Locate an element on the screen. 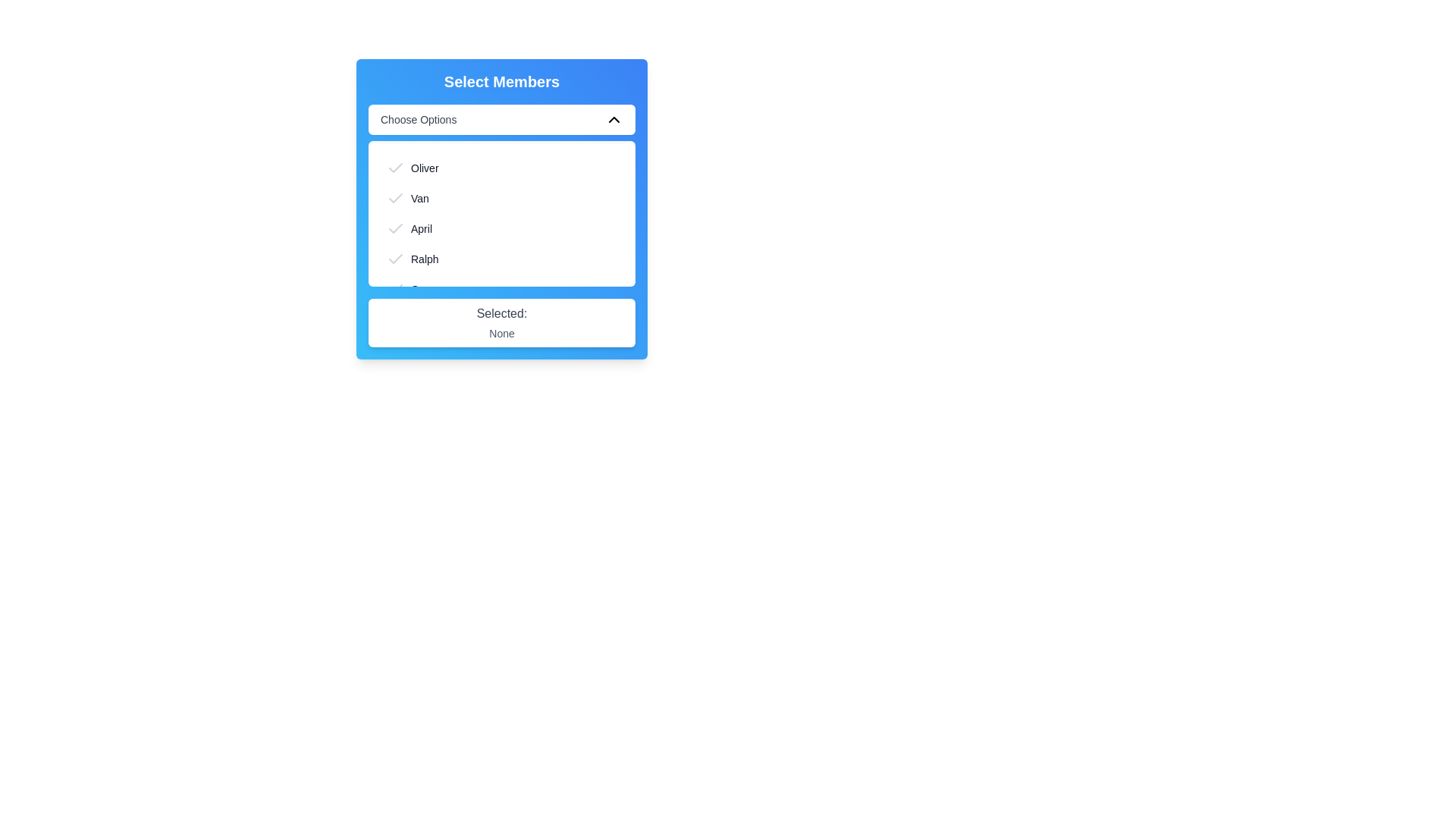 This screenshot has width=1456, height=819. the chevron icon in the top-right corner of the 'Choose Options' interactive box is located at coordinates (614, 119).